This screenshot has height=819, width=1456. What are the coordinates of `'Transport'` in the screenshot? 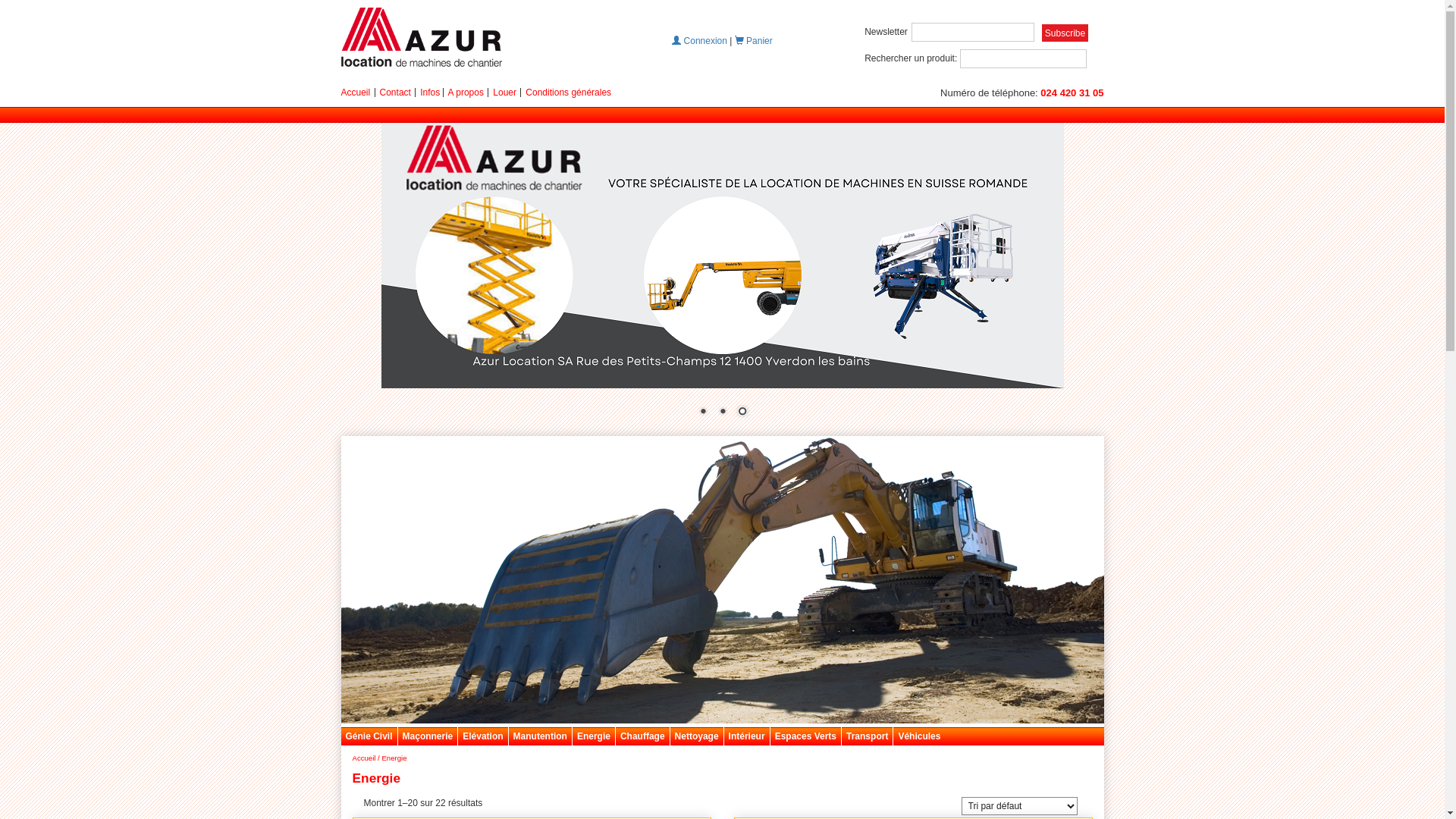 It's located at (867, 736).